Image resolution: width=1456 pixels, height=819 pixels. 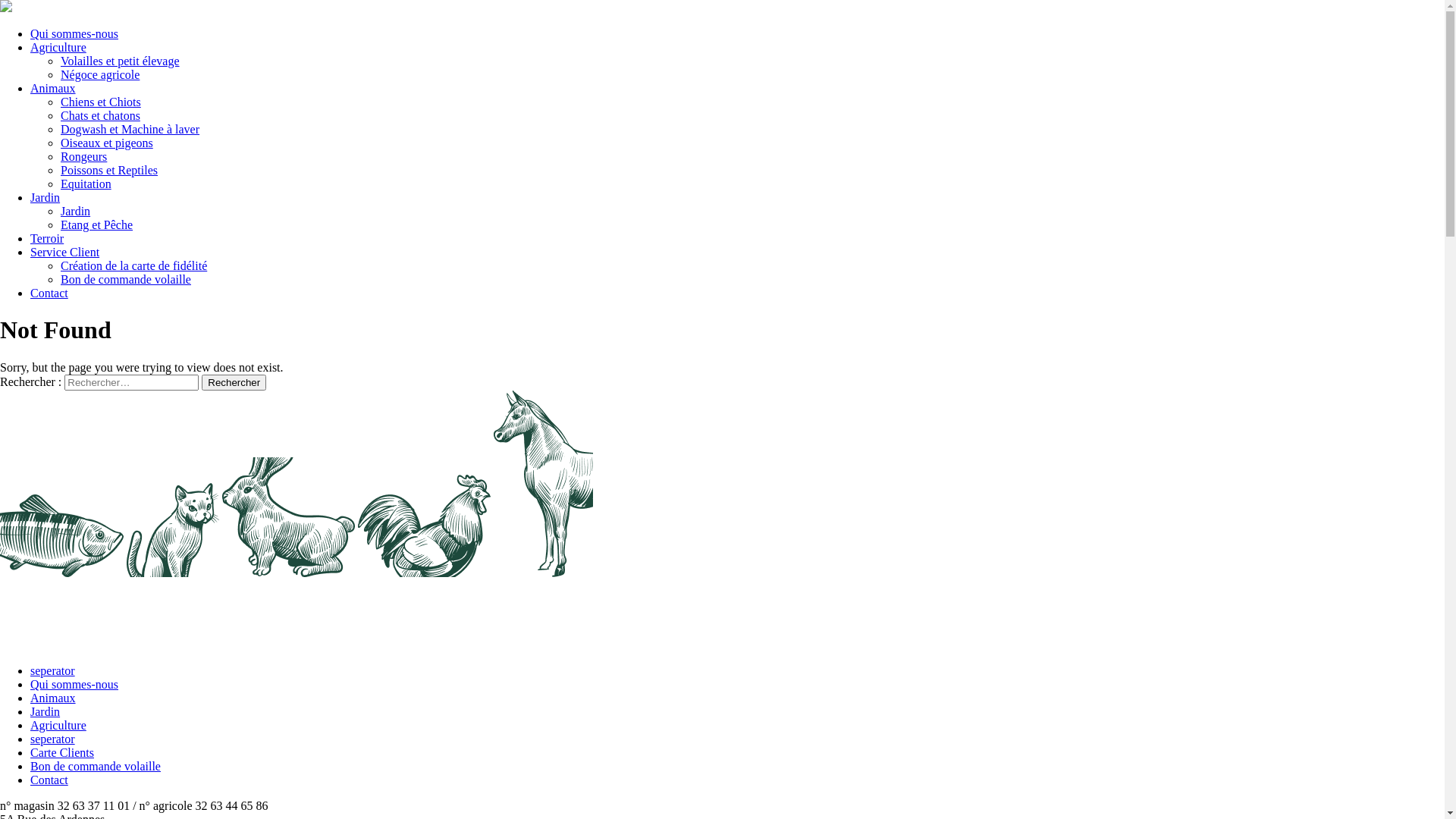 I want to click on 'Animaux', so click(x=53, y=698).